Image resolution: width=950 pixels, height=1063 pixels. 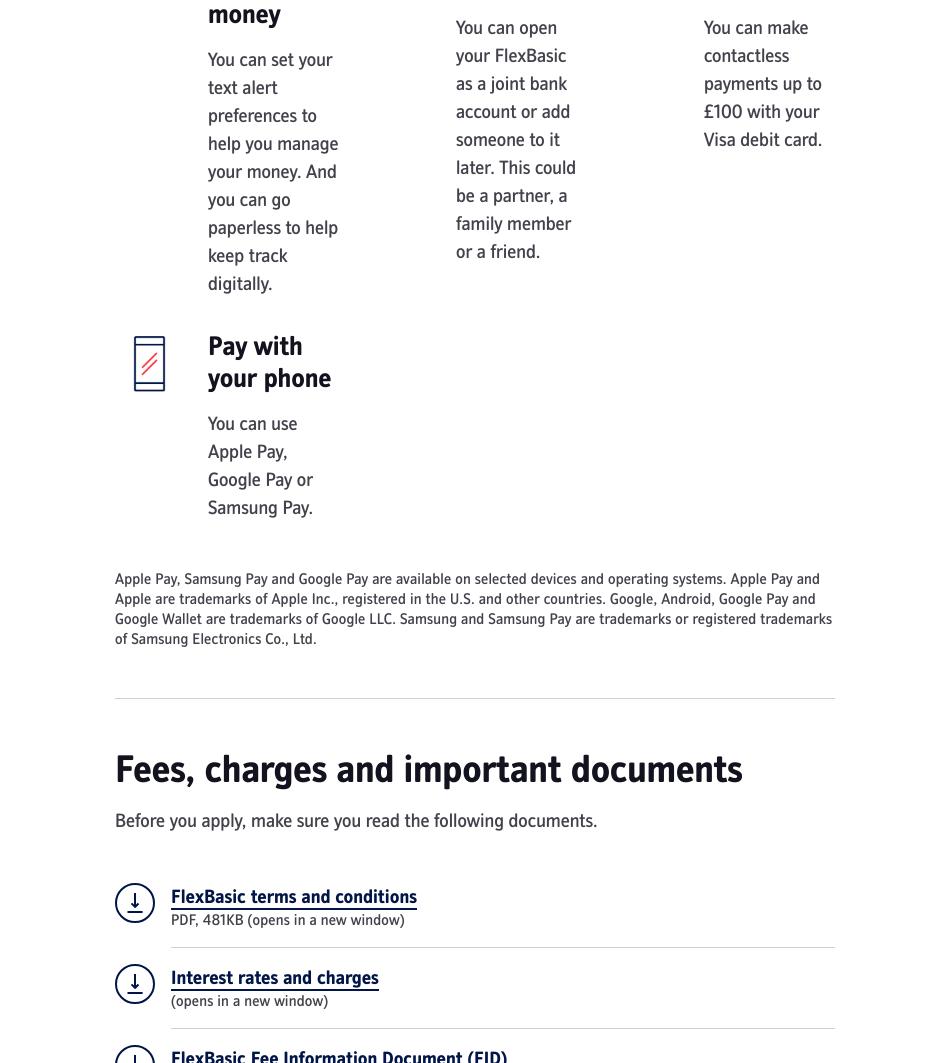 What do you see at coordinates (207, 466) in the screenshot?
I see `'You can use Apple Pay, Google Pay or Samsung Pay.'` at bounding box center [207, 466].